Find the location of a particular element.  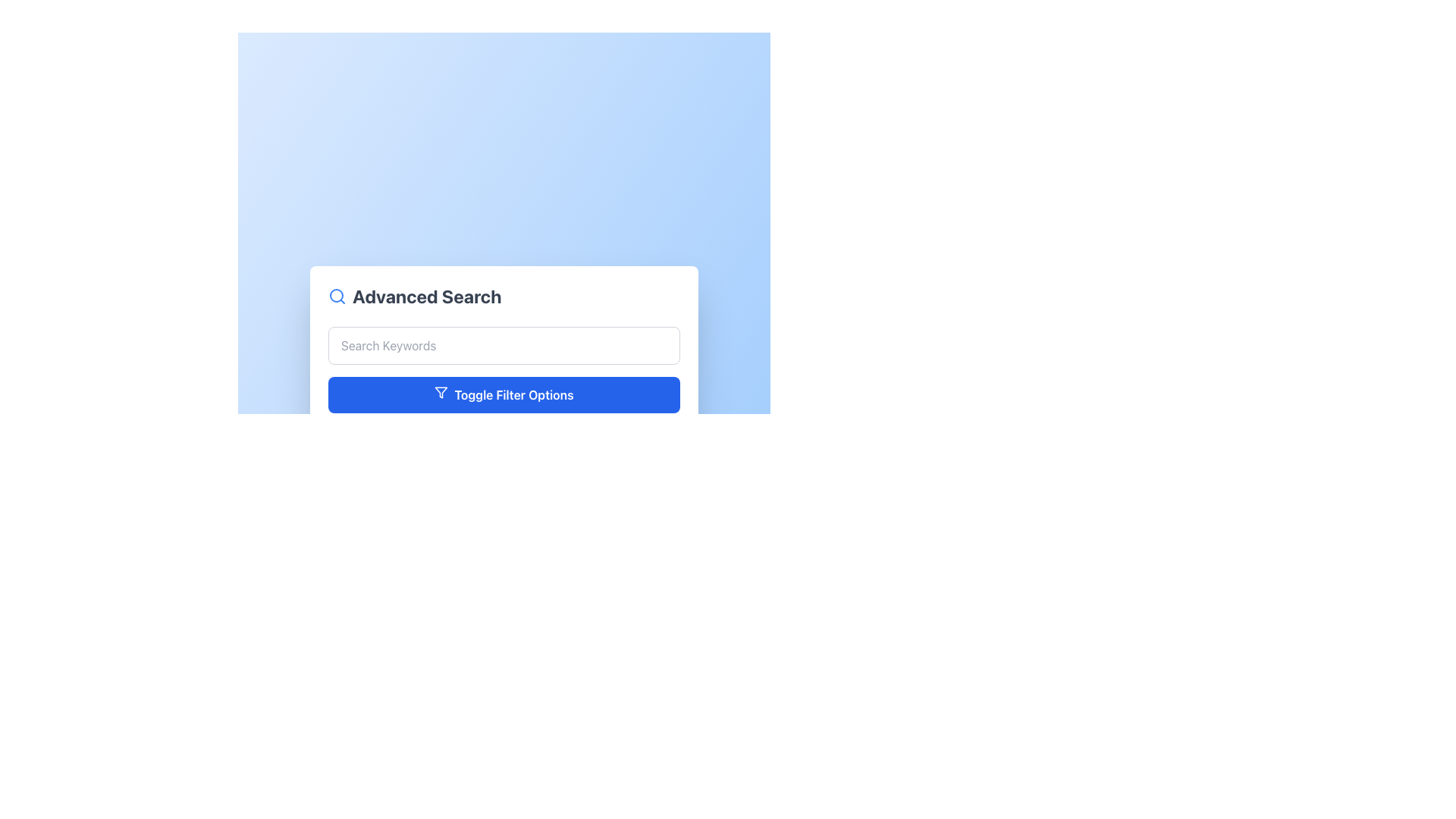

the circular decorative graphical element that represents the magnifying glass symbolizing search functionality, located to the left of the 'Advanced Search' text is located at coordinates (336, 295).